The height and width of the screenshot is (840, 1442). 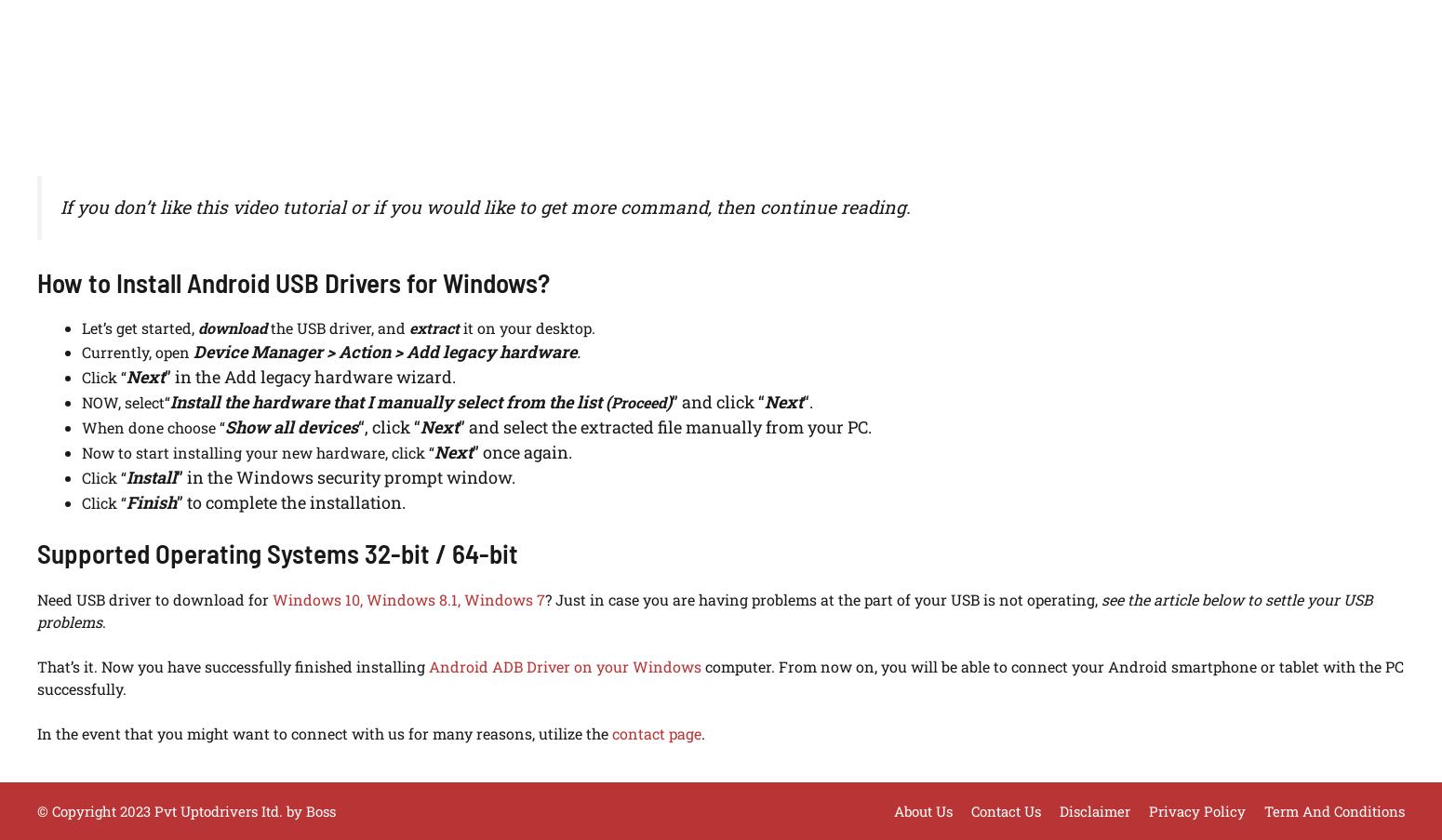 I want to click on 'Proceed', so click(x=610, y=401).